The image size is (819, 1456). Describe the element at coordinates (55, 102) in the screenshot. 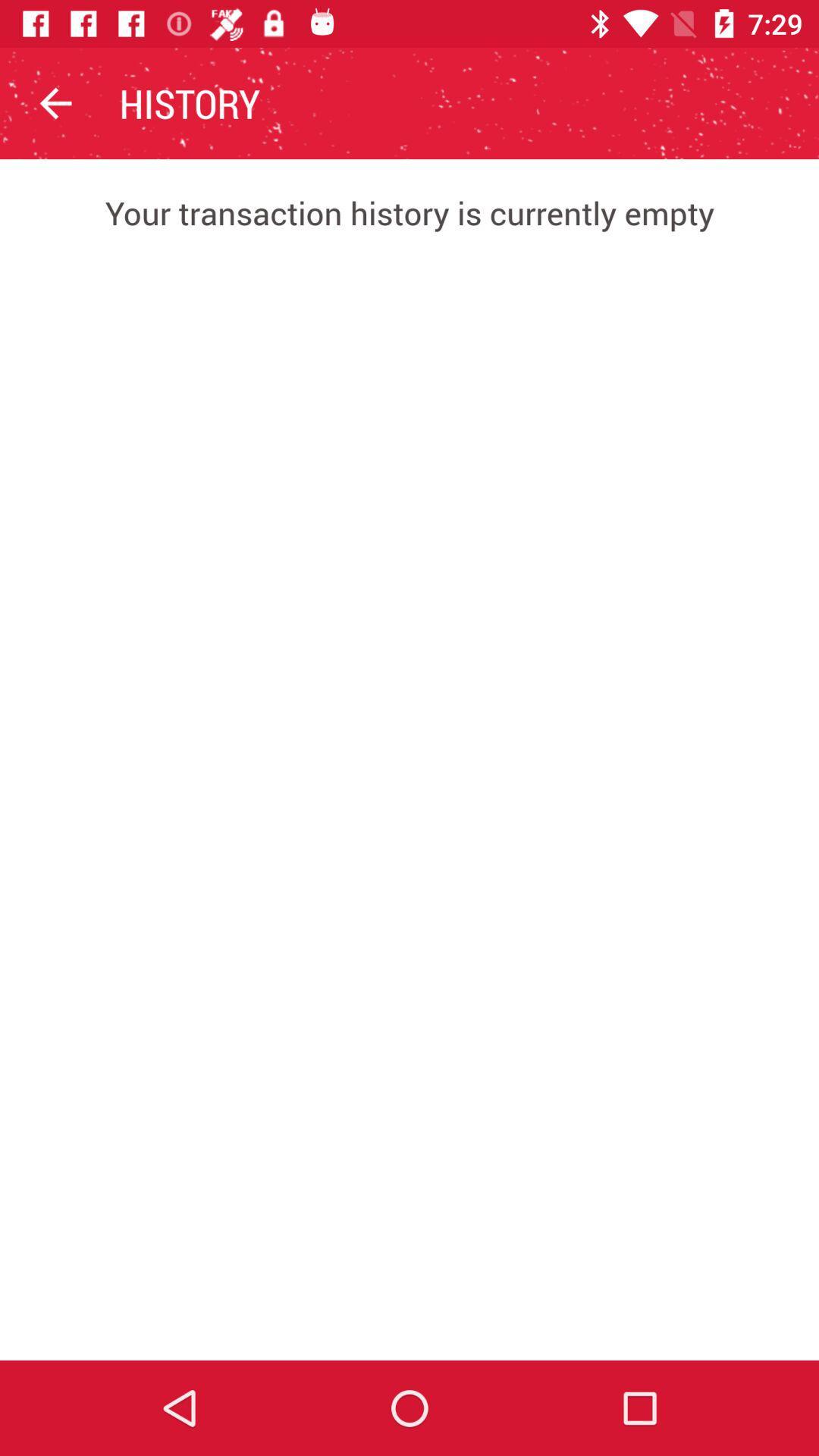

I see `icon next to history icon` at that location.